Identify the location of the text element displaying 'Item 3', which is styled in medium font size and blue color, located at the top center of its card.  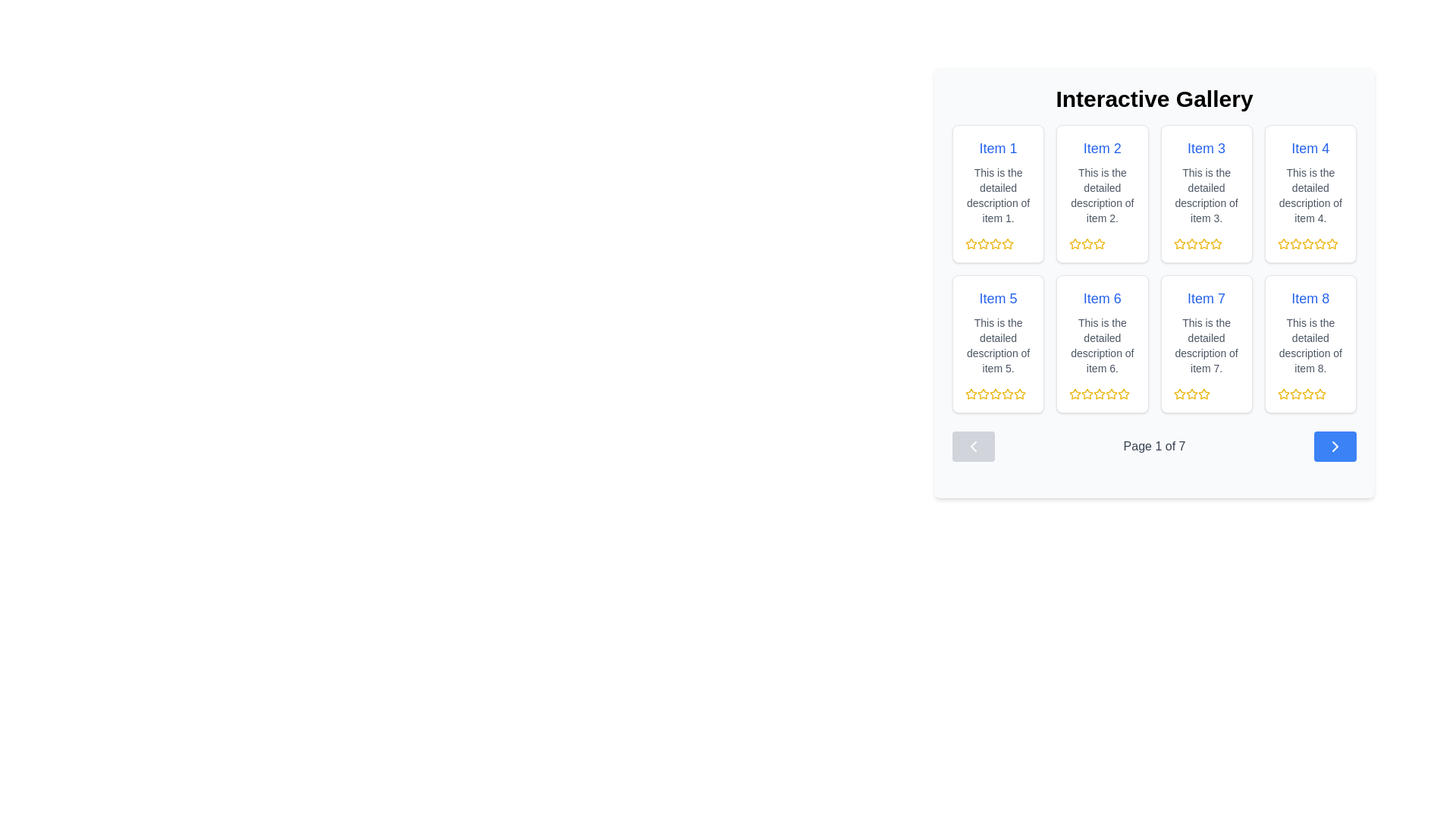
(1206, 149).